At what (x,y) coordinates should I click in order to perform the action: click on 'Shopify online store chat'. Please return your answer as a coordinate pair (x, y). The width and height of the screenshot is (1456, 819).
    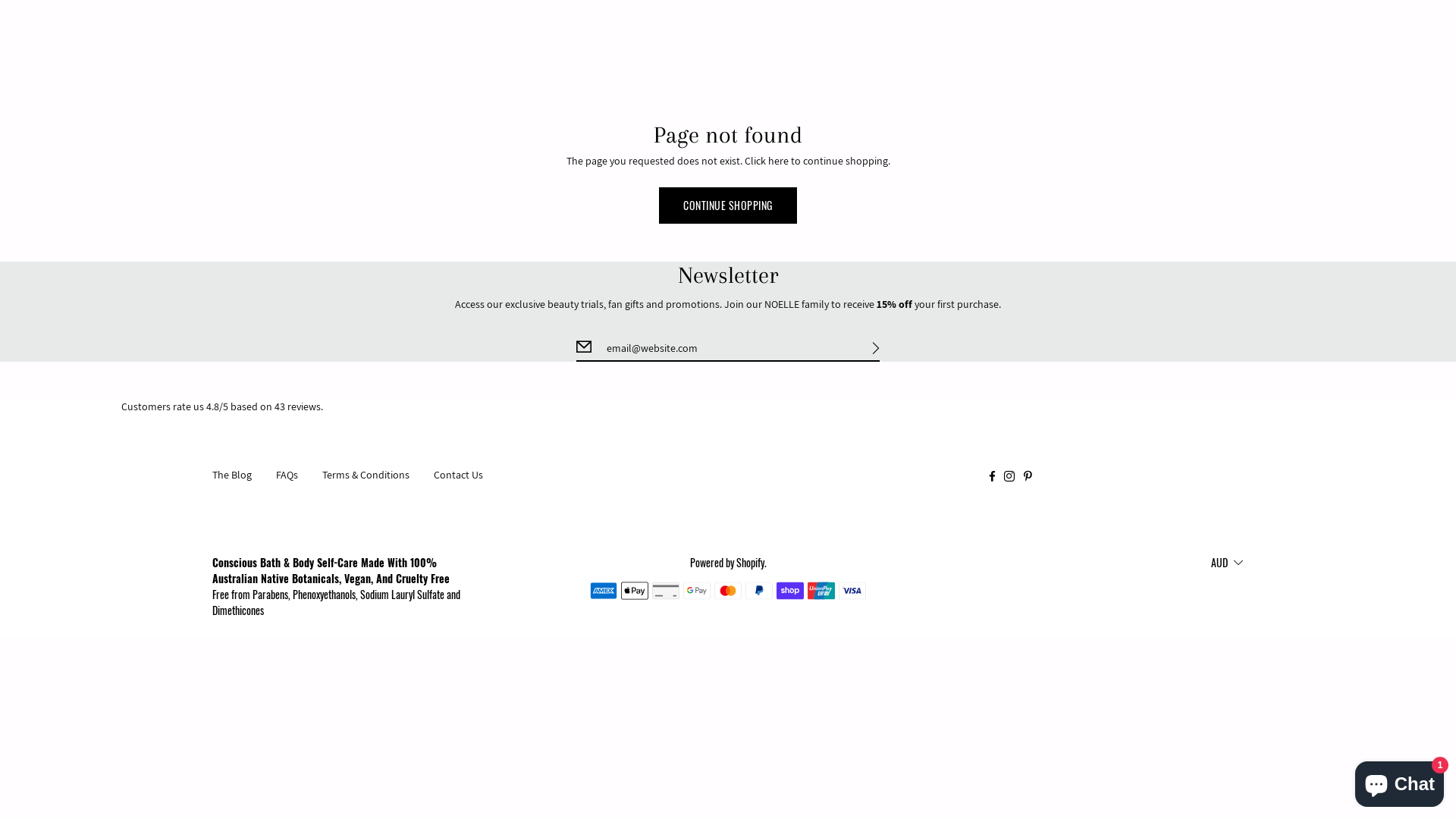
    Looking at the image, I should click on (1398, 780).